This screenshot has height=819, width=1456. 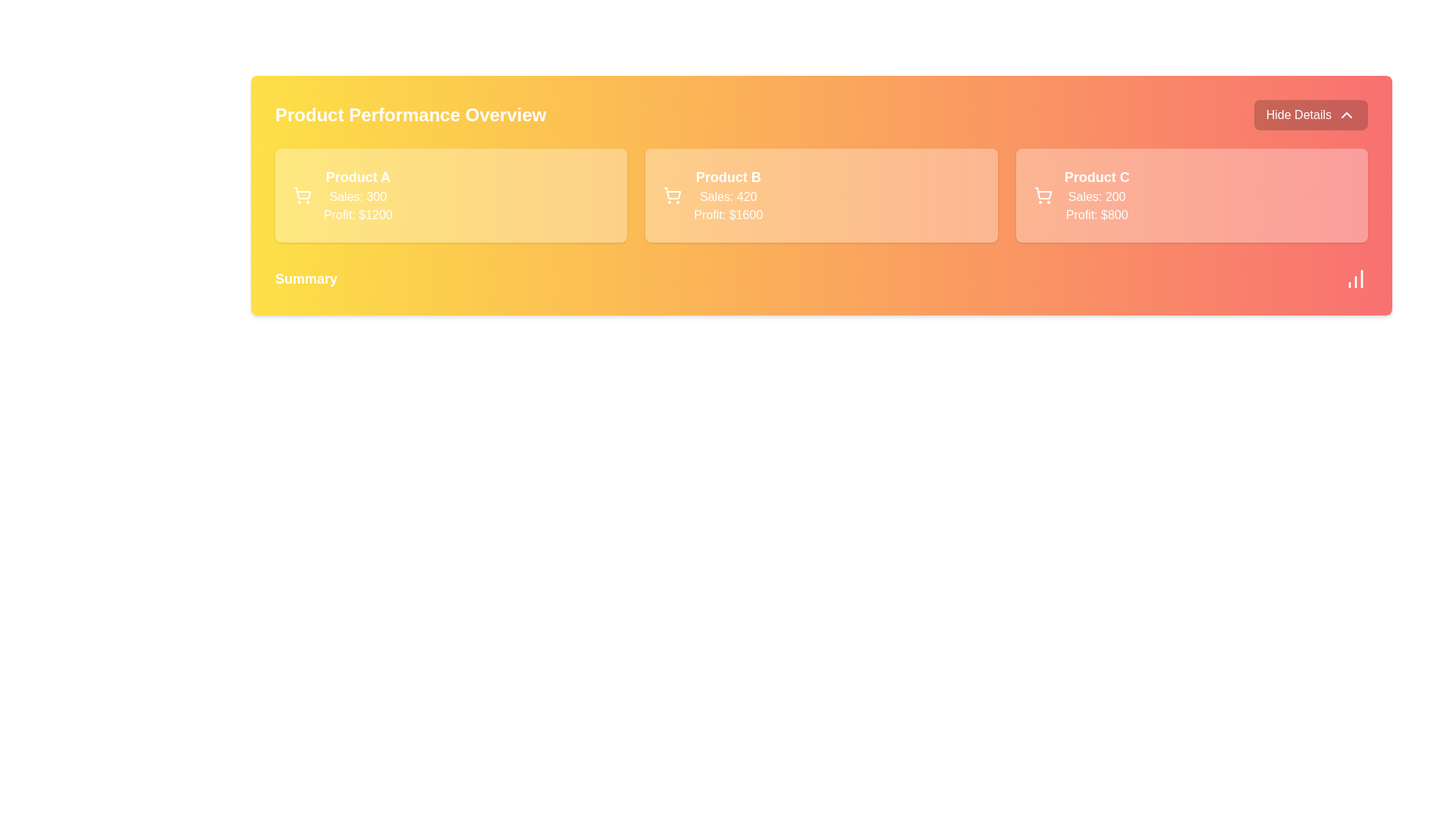 What do you see at coordinates (728, 196) in the screenshot?
I see `the text label element displaying 'Sales: 420' which is centrally aligned in the product information box for Product B` at bounding box center [728, 196].